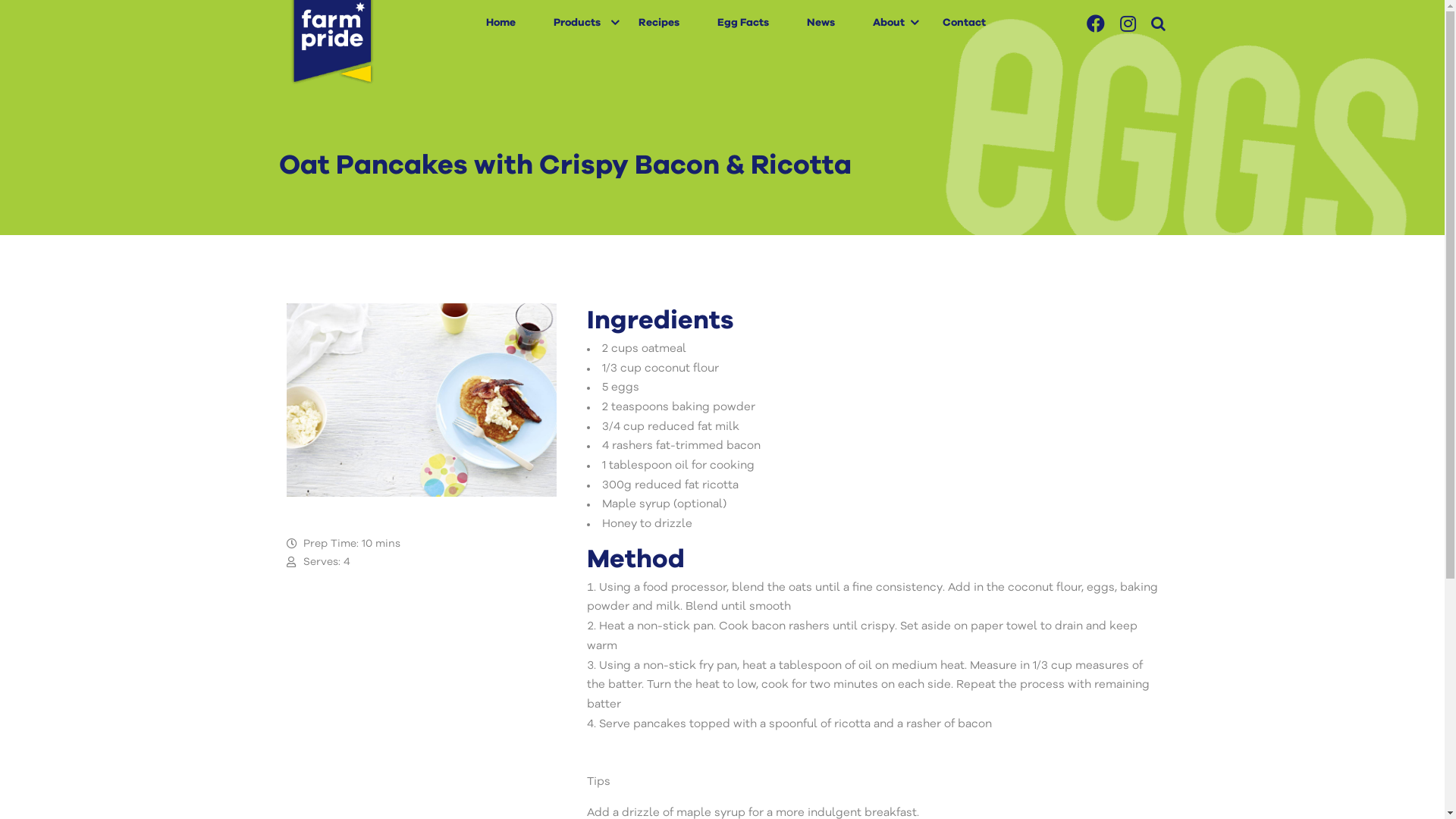 The width and height of the screenshot is (1456, 819). I want to click on 'Recipes', so click(658, 23).